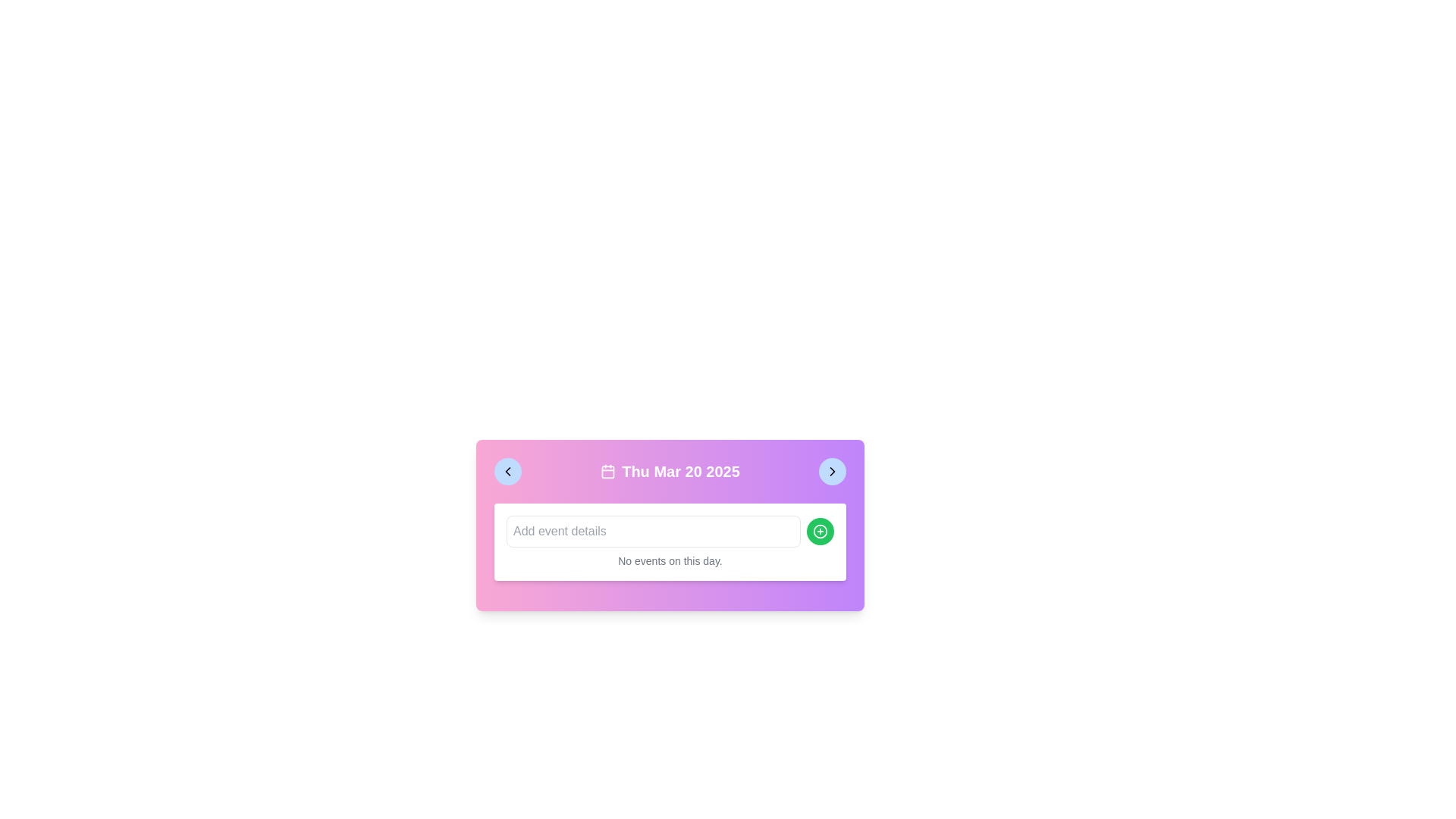 The image size is (1456, 819). What do you see at coordinates (832, 470) in the screenshot?
I see `the right-facing chevron icon within the circular button located in the top-right corner of the event management card` at bounding box center [832, 470].